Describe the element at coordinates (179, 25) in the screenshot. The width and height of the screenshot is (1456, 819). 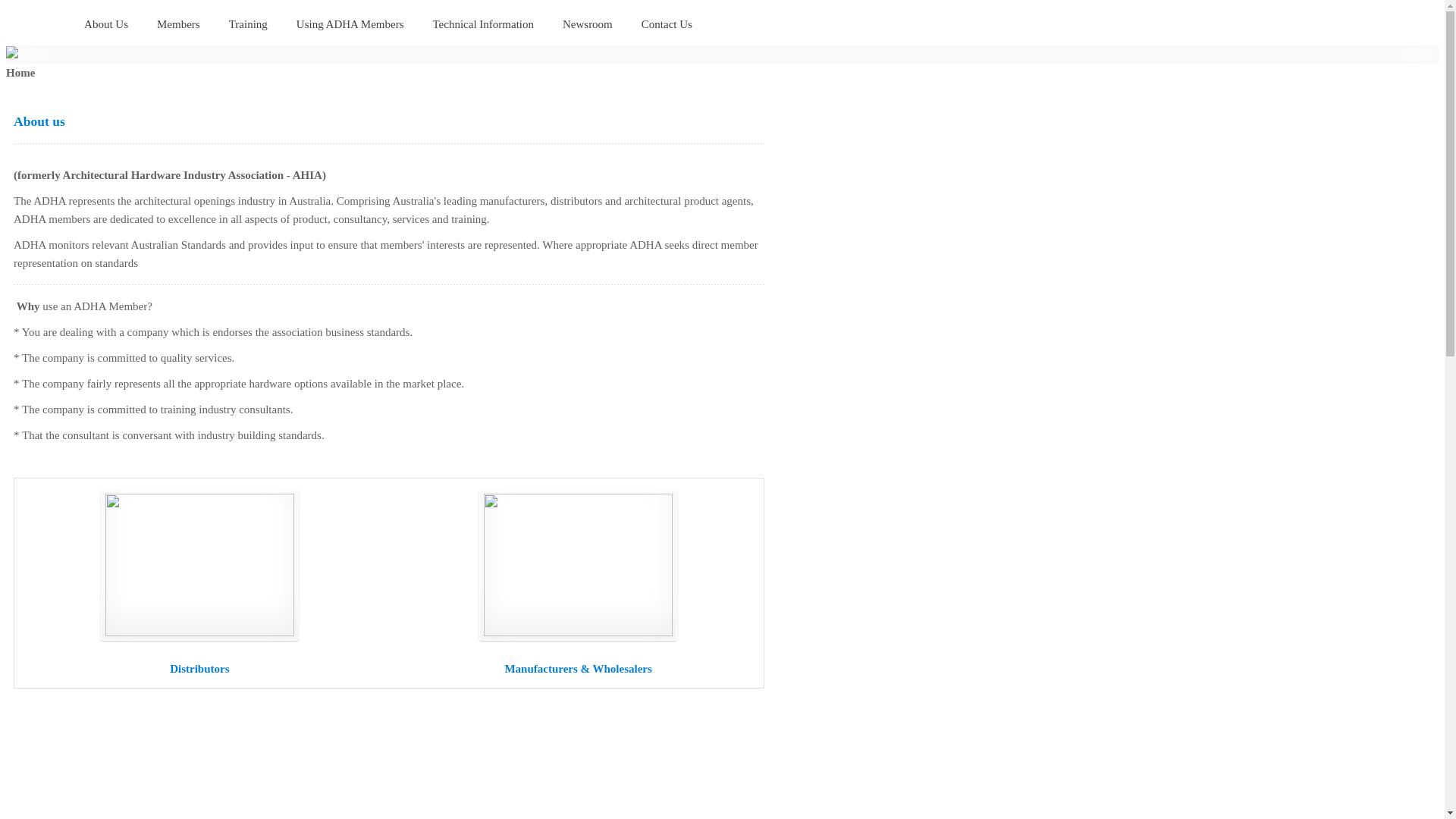
I see `'Members'` at that location.